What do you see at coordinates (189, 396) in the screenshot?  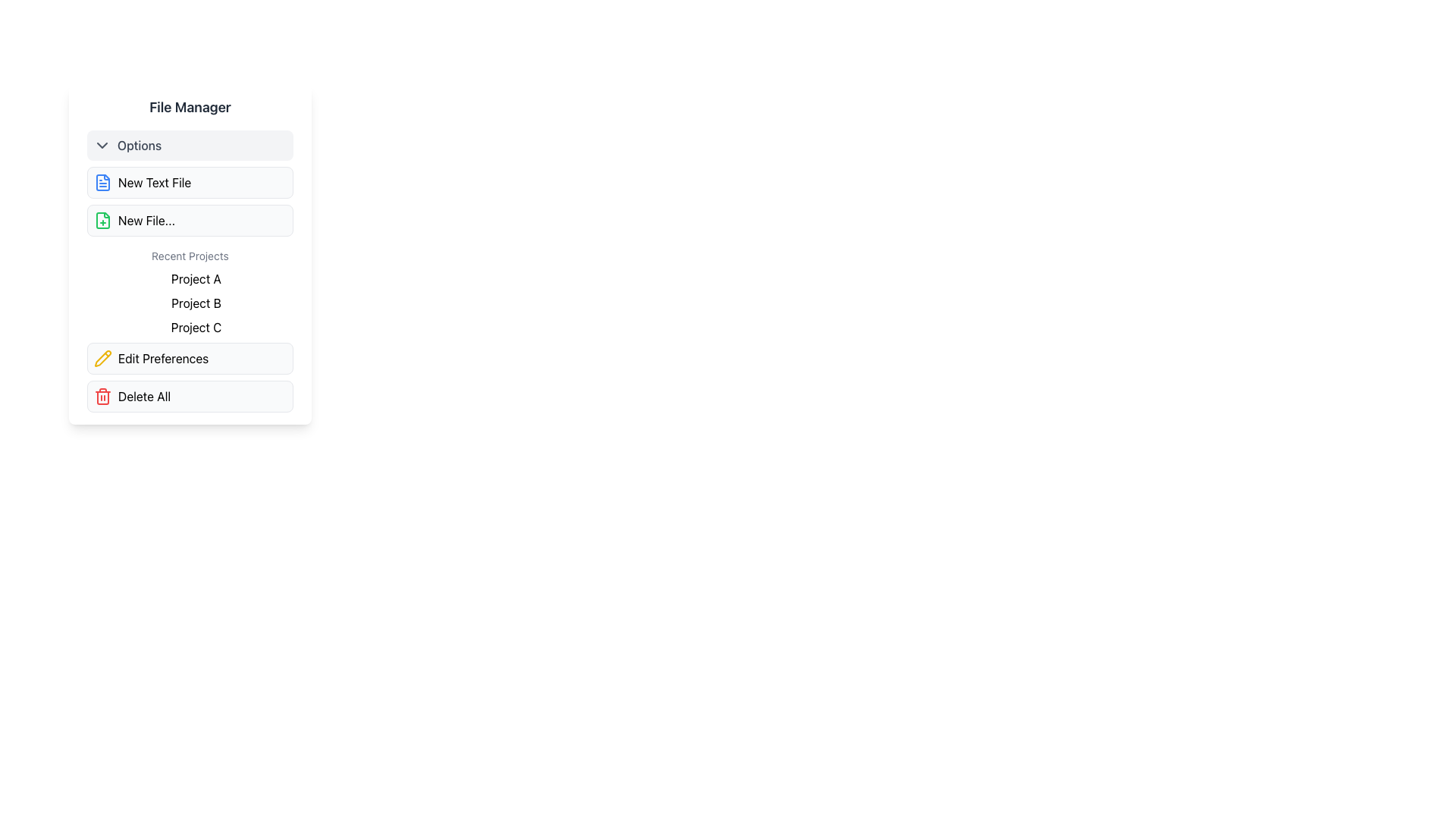 I see `the delete button located at the bottom of the vertical list` at bounding box center [189, 396].